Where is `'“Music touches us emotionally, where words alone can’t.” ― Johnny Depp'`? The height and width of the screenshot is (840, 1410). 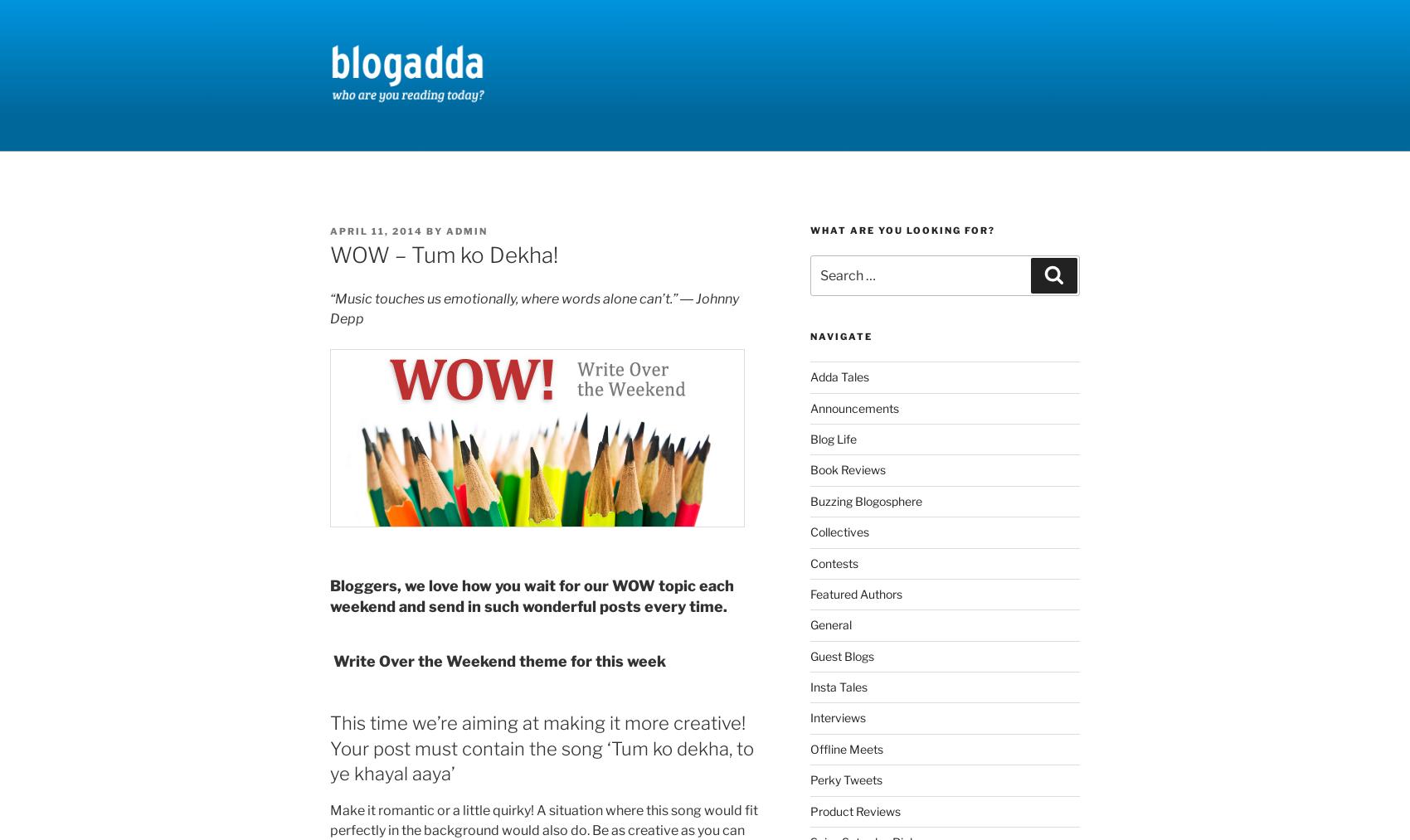
'“Music touches us emotionally, where words alone can’t.” ― Johnny Depp' is located at coordinates (534, 308).